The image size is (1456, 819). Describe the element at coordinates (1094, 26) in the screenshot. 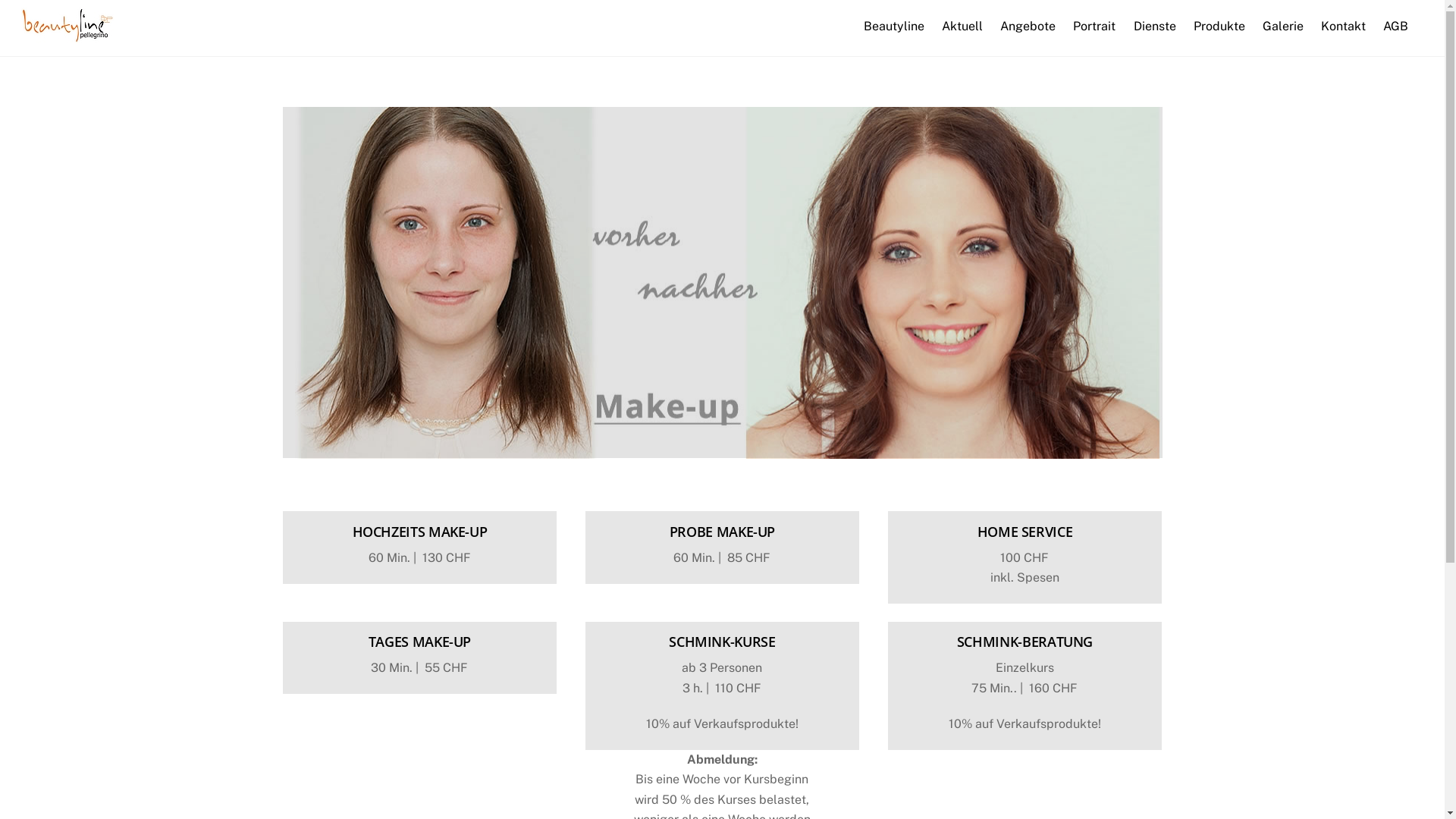

I see `'Portrait'` at that location.